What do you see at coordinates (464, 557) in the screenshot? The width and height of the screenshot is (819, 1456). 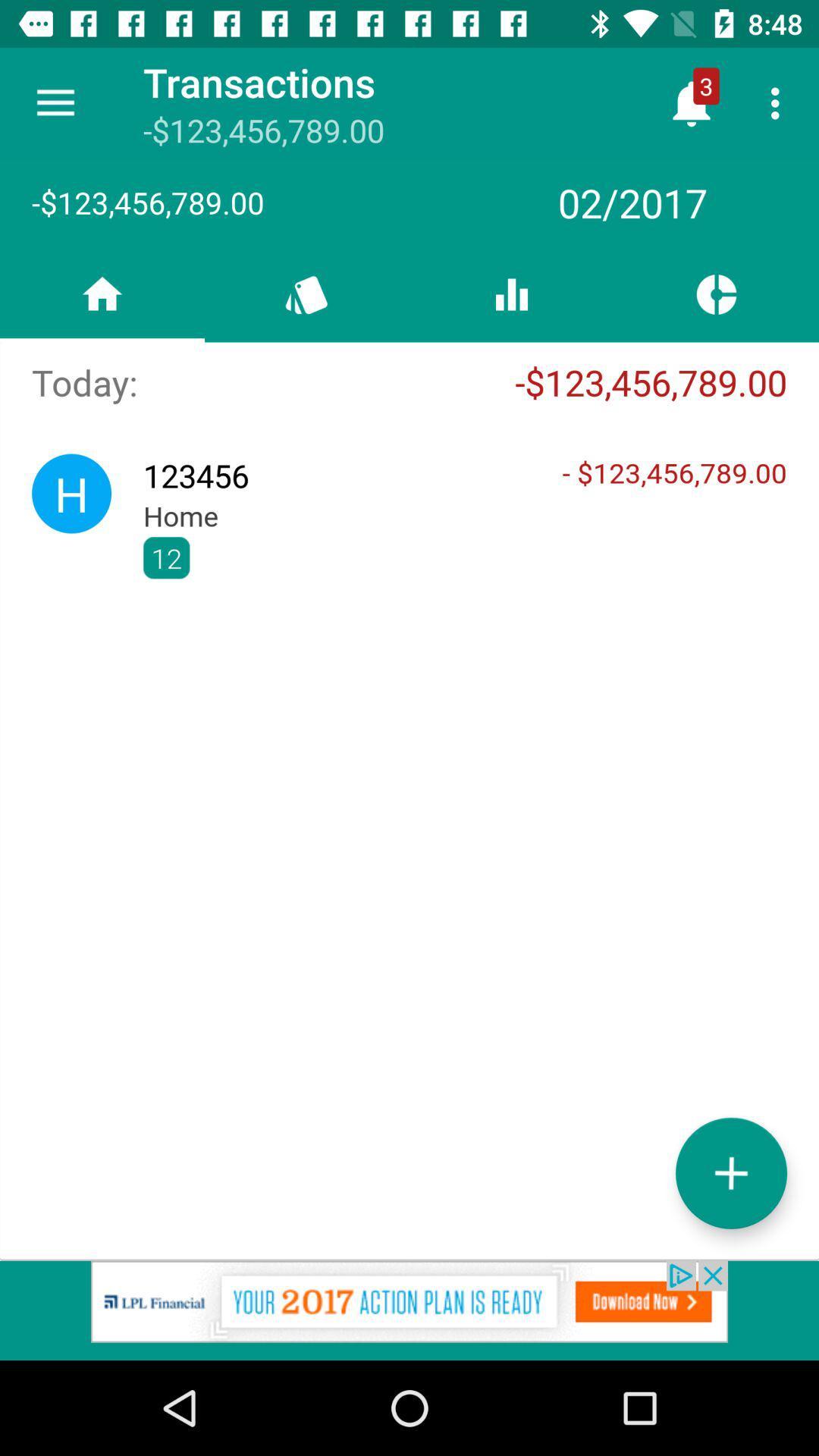 I see `icon next to h icon` at bounding box center [464, 557].